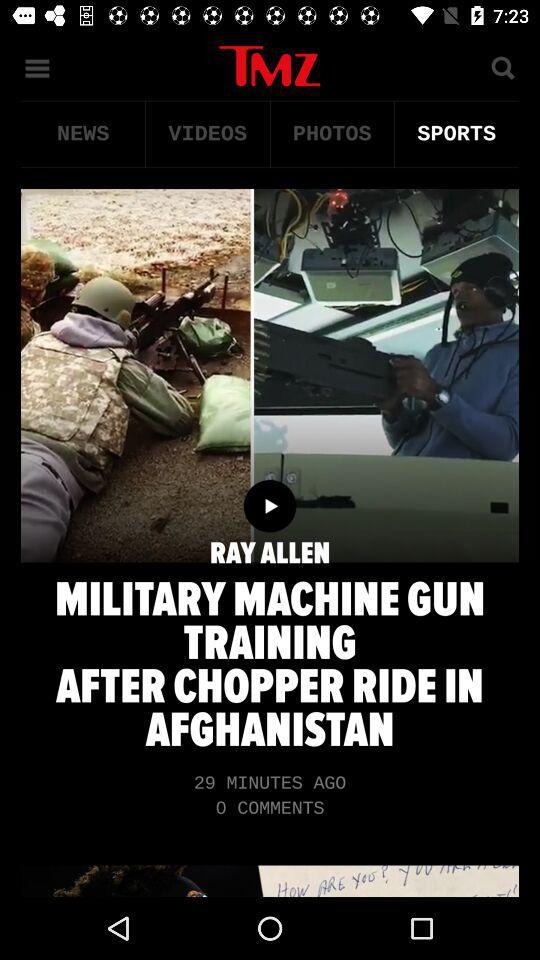 This screenshot has width=540, height=960. I want to click on the search icon, so click(501, 66).